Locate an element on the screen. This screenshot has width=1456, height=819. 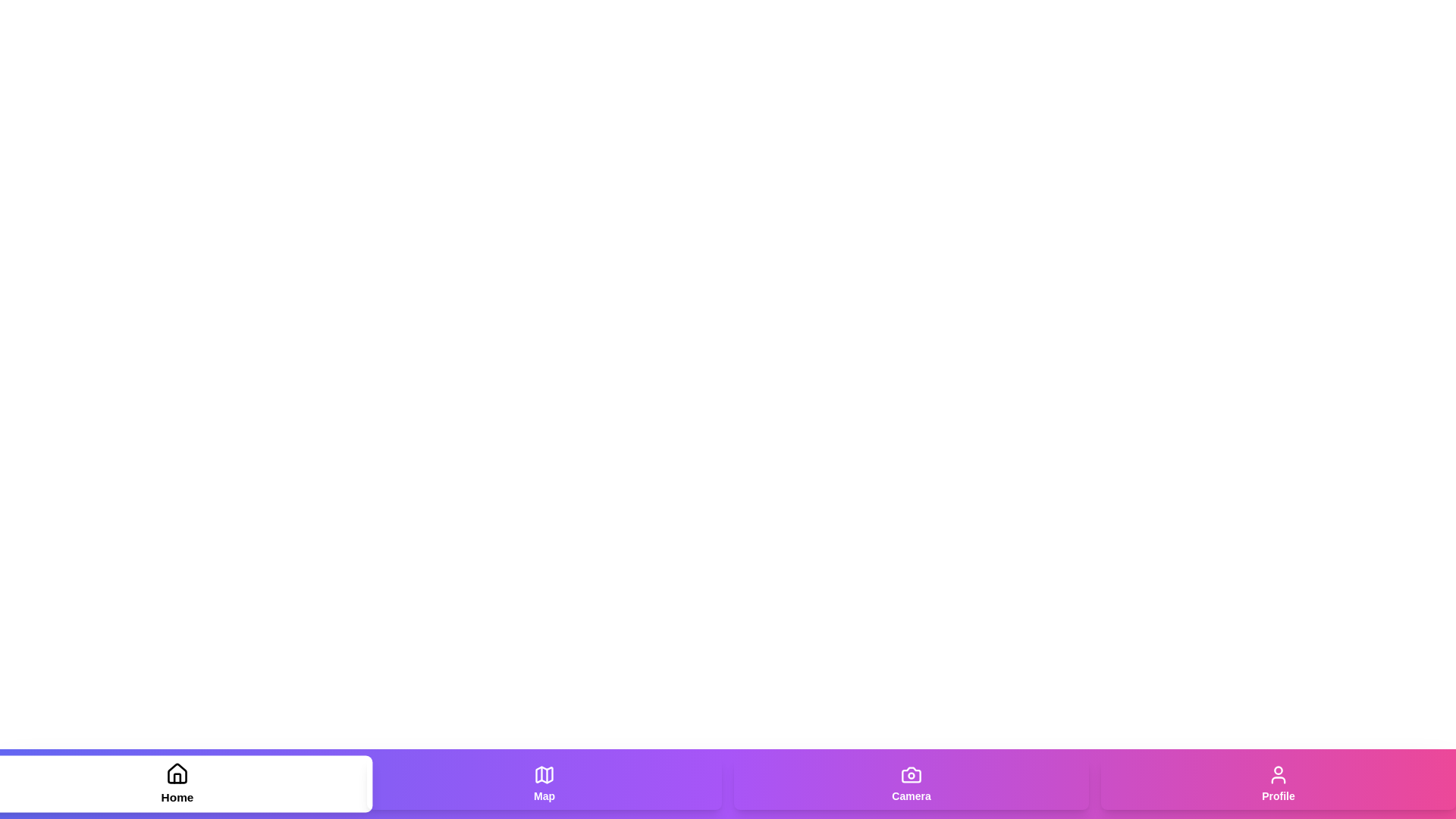
the text label of the tab Home is located at coordinates (177, 796).